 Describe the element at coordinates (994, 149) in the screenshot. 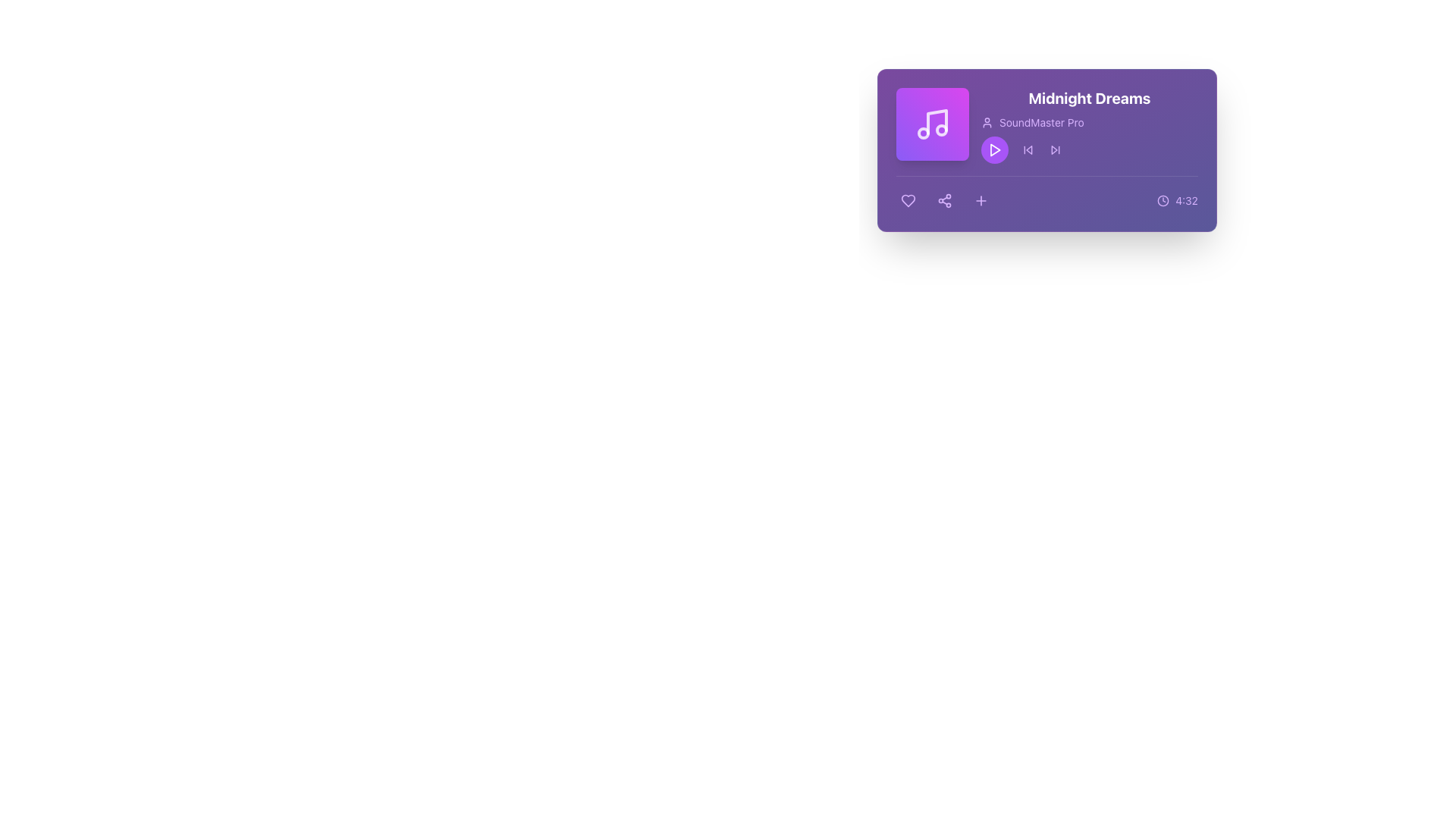

I see `the 'play' button icon located within the circular button beneath the title 'Midnight Dreams' for keyboard interaction` at that location.